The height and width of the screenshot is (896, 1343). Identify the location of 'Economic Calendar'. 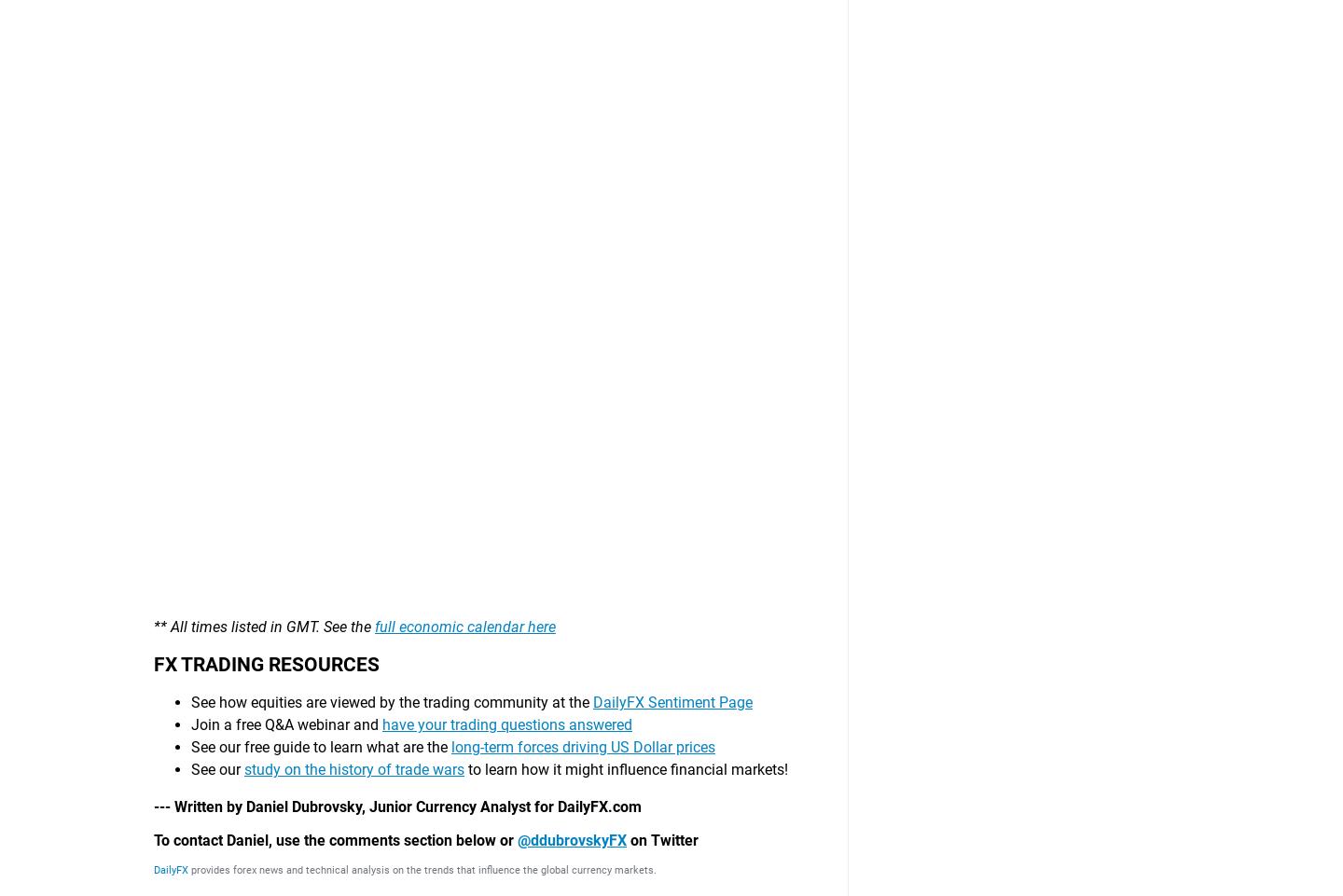
(736, 731).